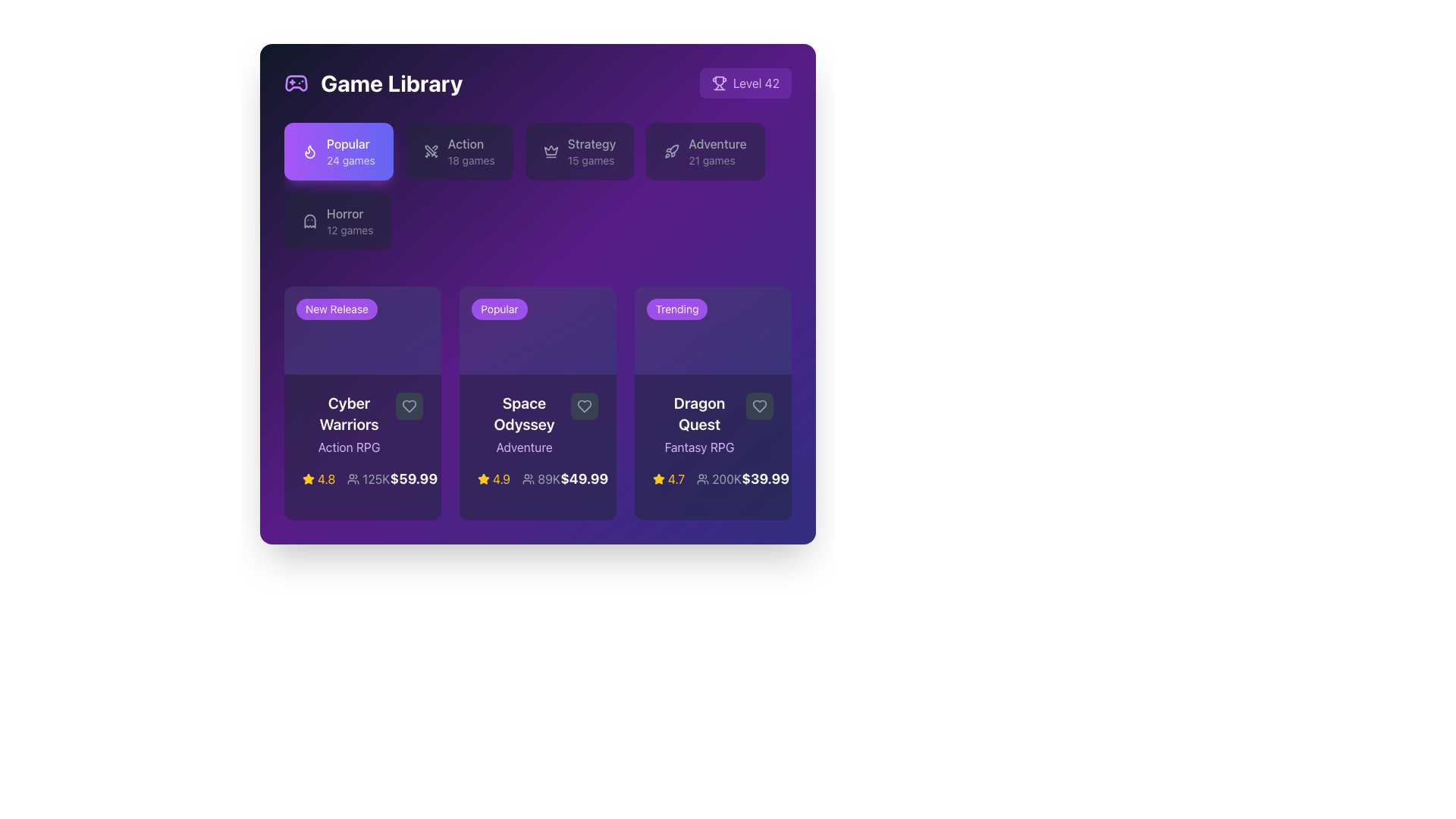  I want to click on the button labeled 'Action' that displays '18 games', so click(470, 152).